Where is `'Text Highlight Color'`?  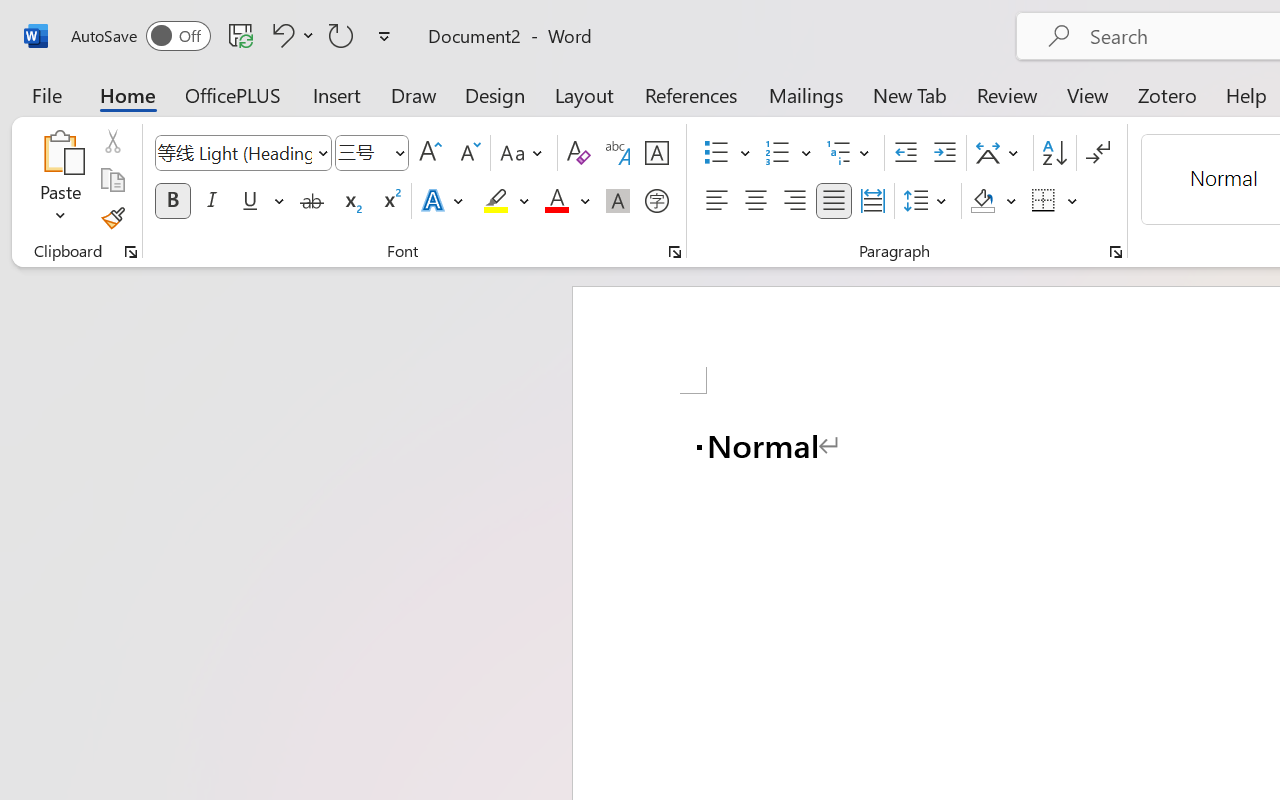 'Text Highlight Color' is located at coordinates (506, 201).